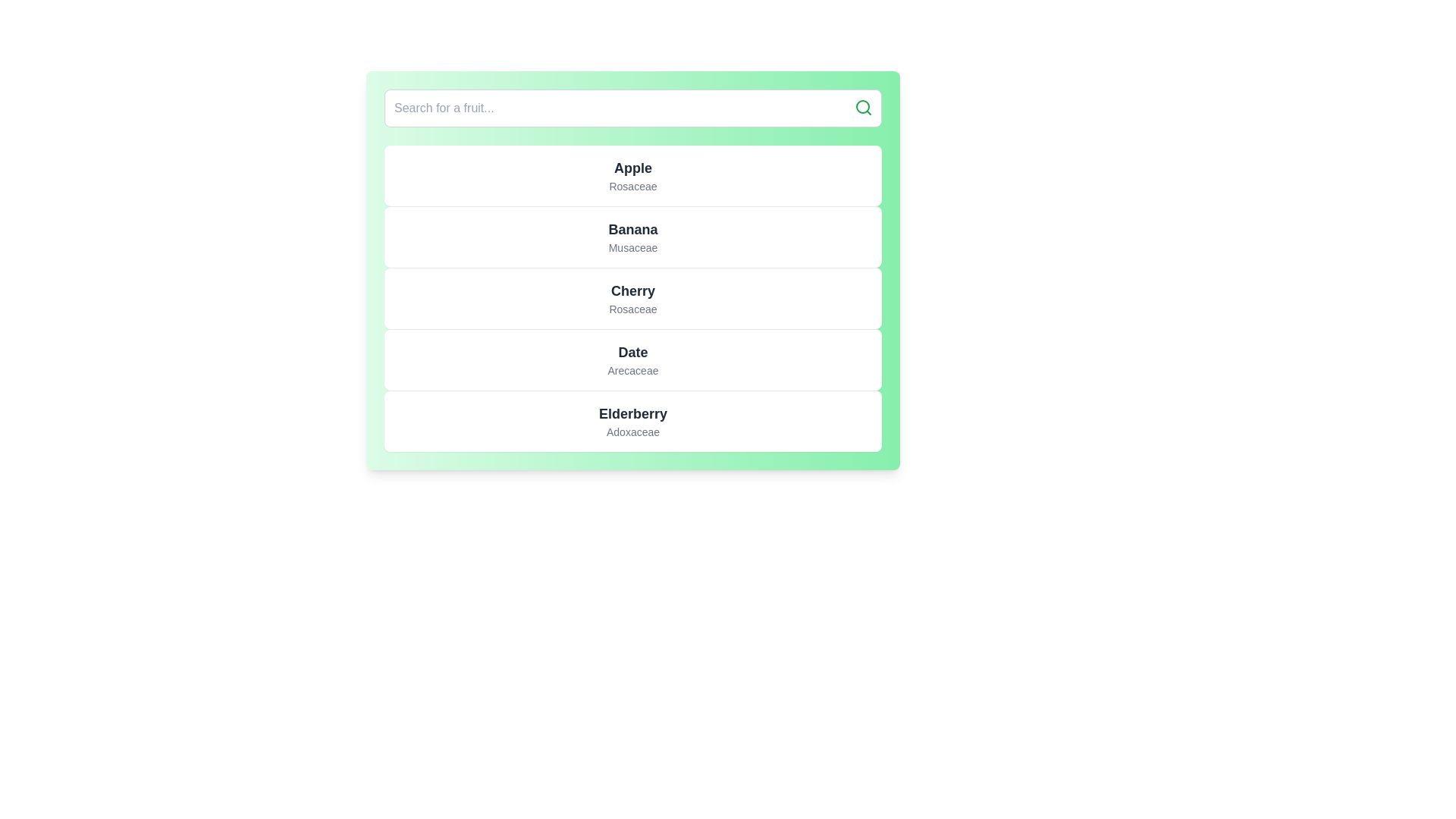 Image resolution: width=1456 pixels, height=819 pixels. I want to click on the static text label representing 'Elderberry' located in the fifth row of the list, positioned above the caption 'Adoxaceae', so click(633, 414).